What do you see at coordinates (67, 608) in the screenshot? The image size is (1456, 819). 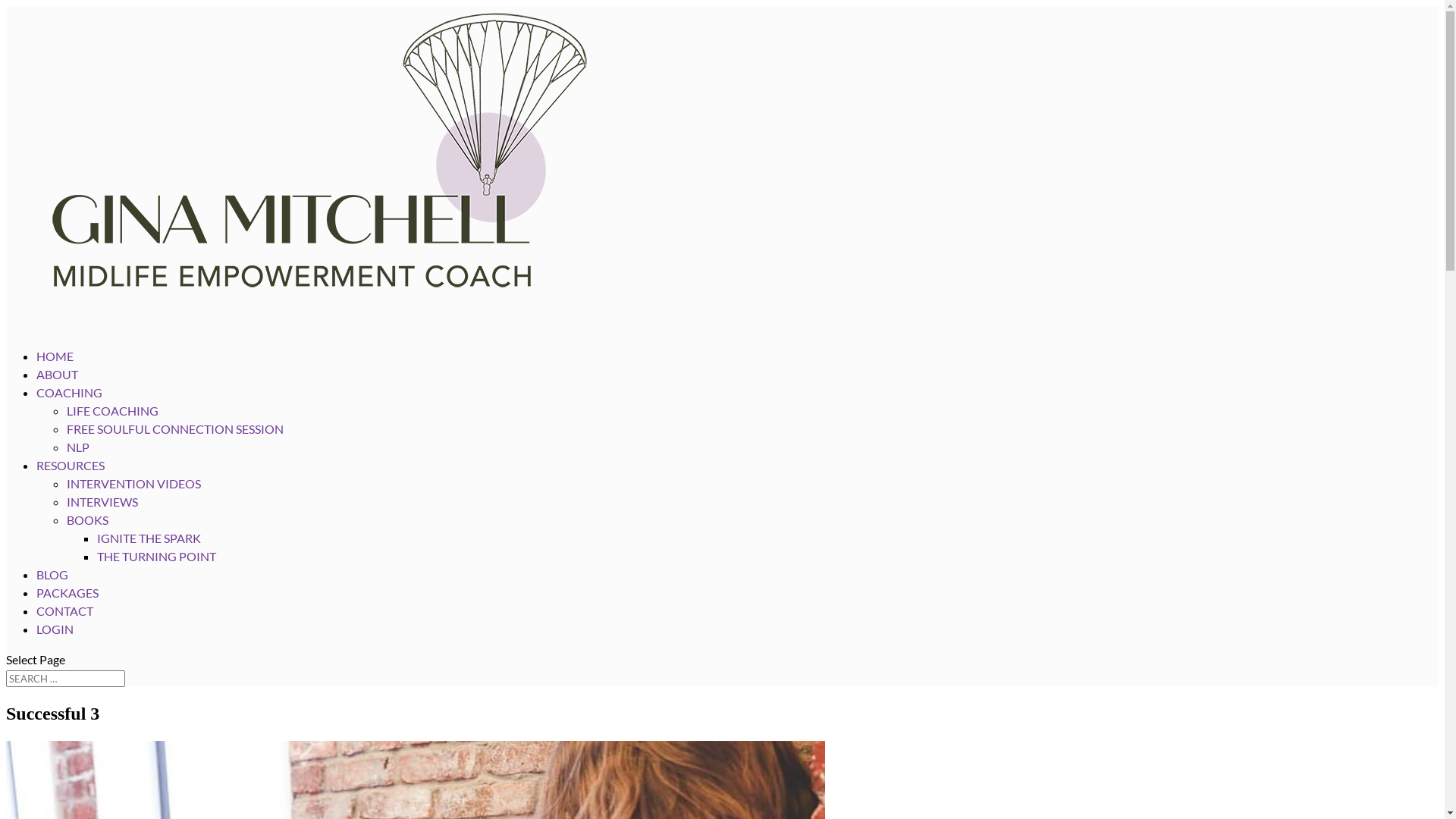 I see `'PACKAGES'` at bounding box center [67, 608].